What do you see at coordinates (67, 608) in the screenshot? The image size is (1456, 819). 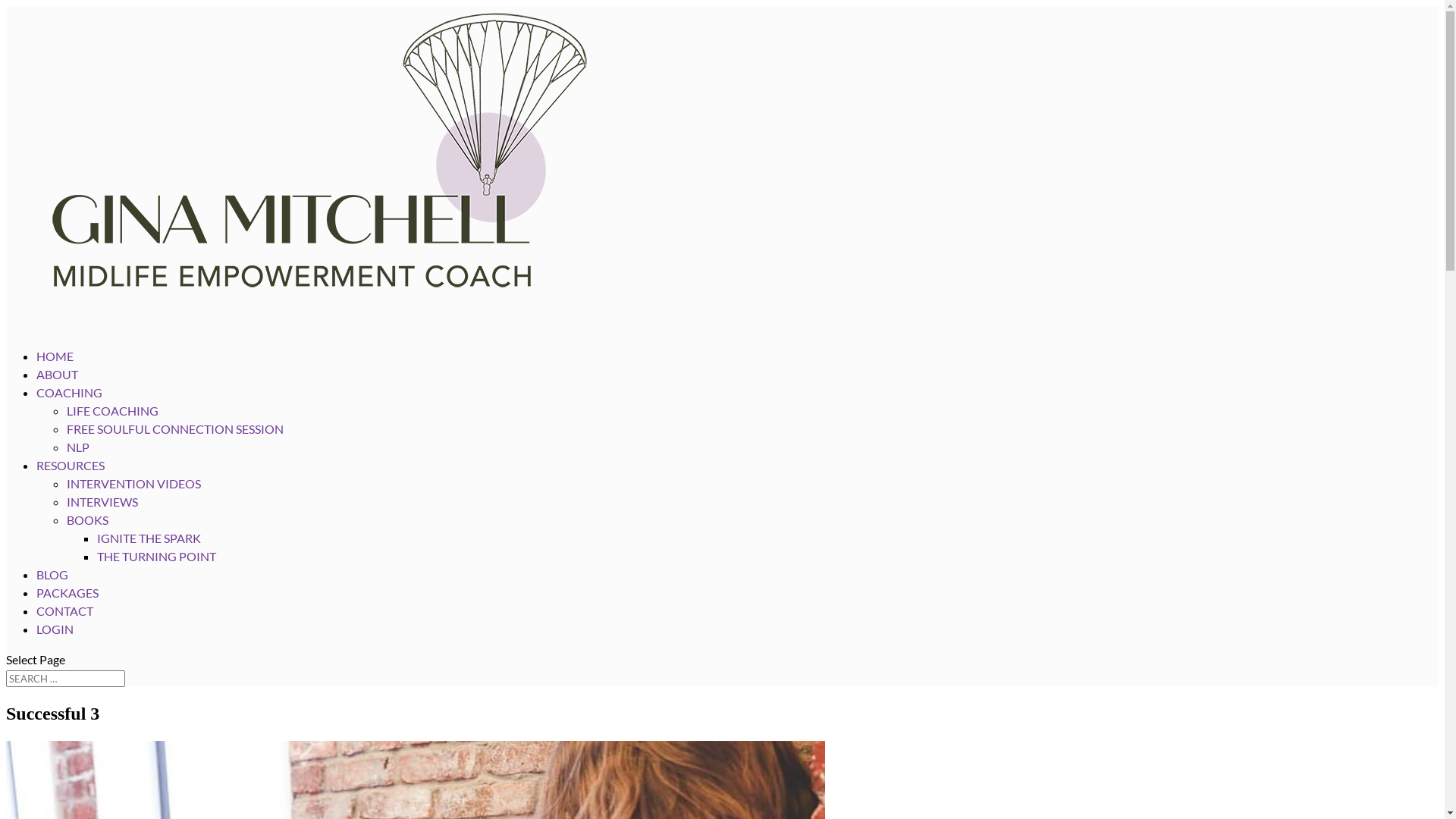 I see `'PACKAGES'` at bounding box center [67, 608].